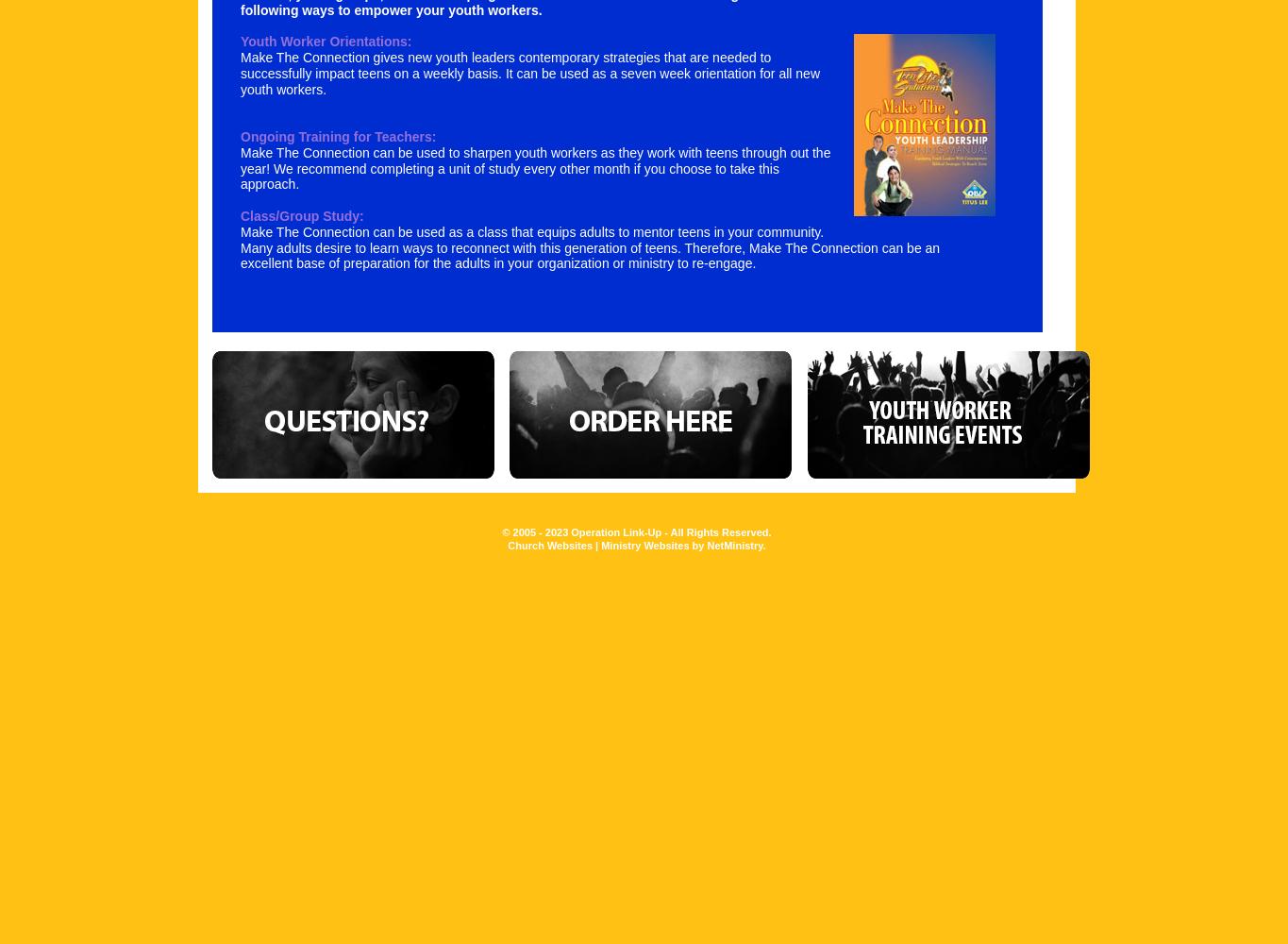 This screenshot has width=1288, height=944. What do you see at coordinates (763, 544) in the screenshot?
I see `'.'` at bounding box center [763, 544].